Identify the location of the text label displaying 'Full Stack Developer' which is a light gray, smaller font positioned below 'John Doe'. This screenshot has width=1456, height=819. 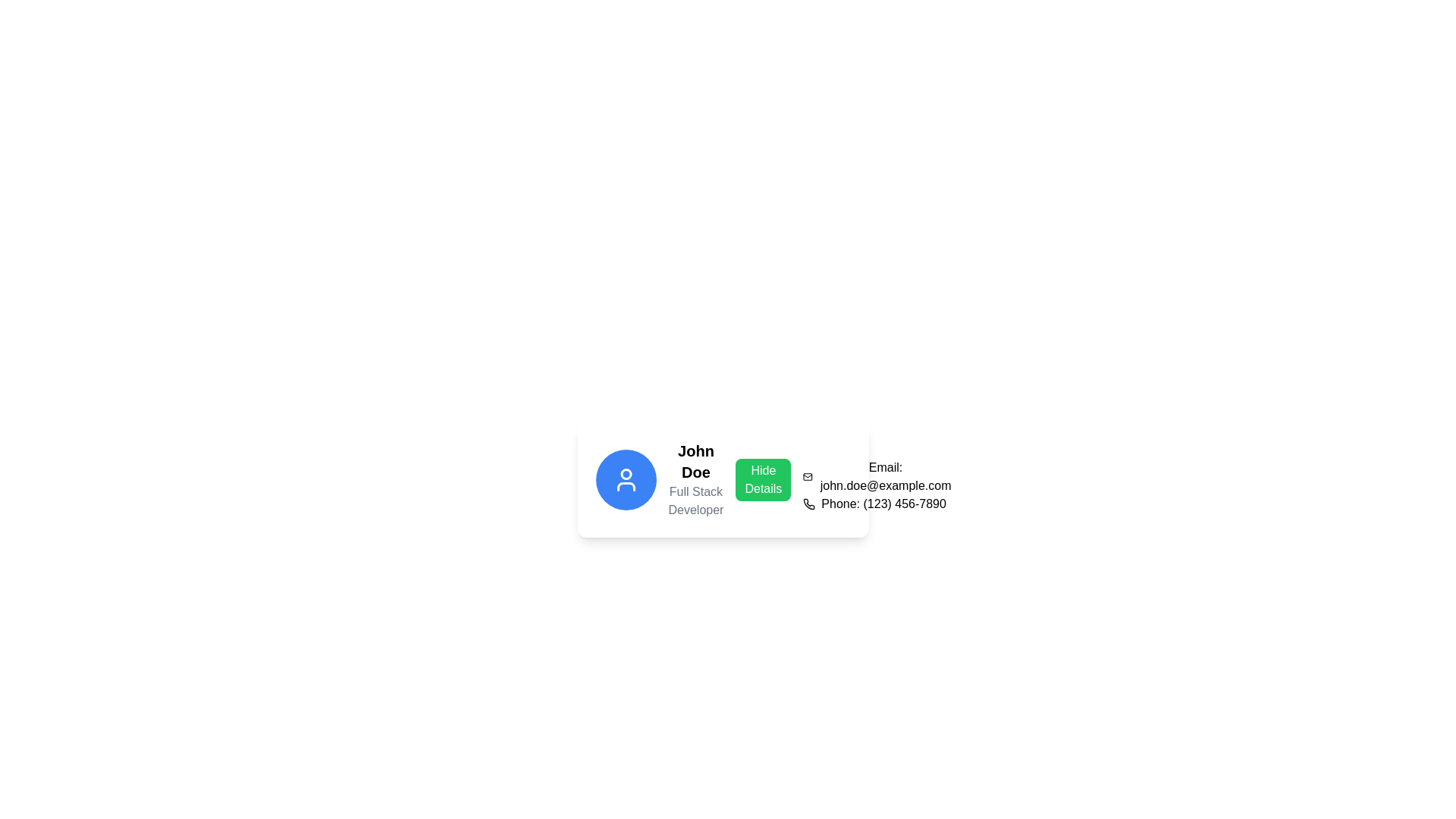
(695, 500).